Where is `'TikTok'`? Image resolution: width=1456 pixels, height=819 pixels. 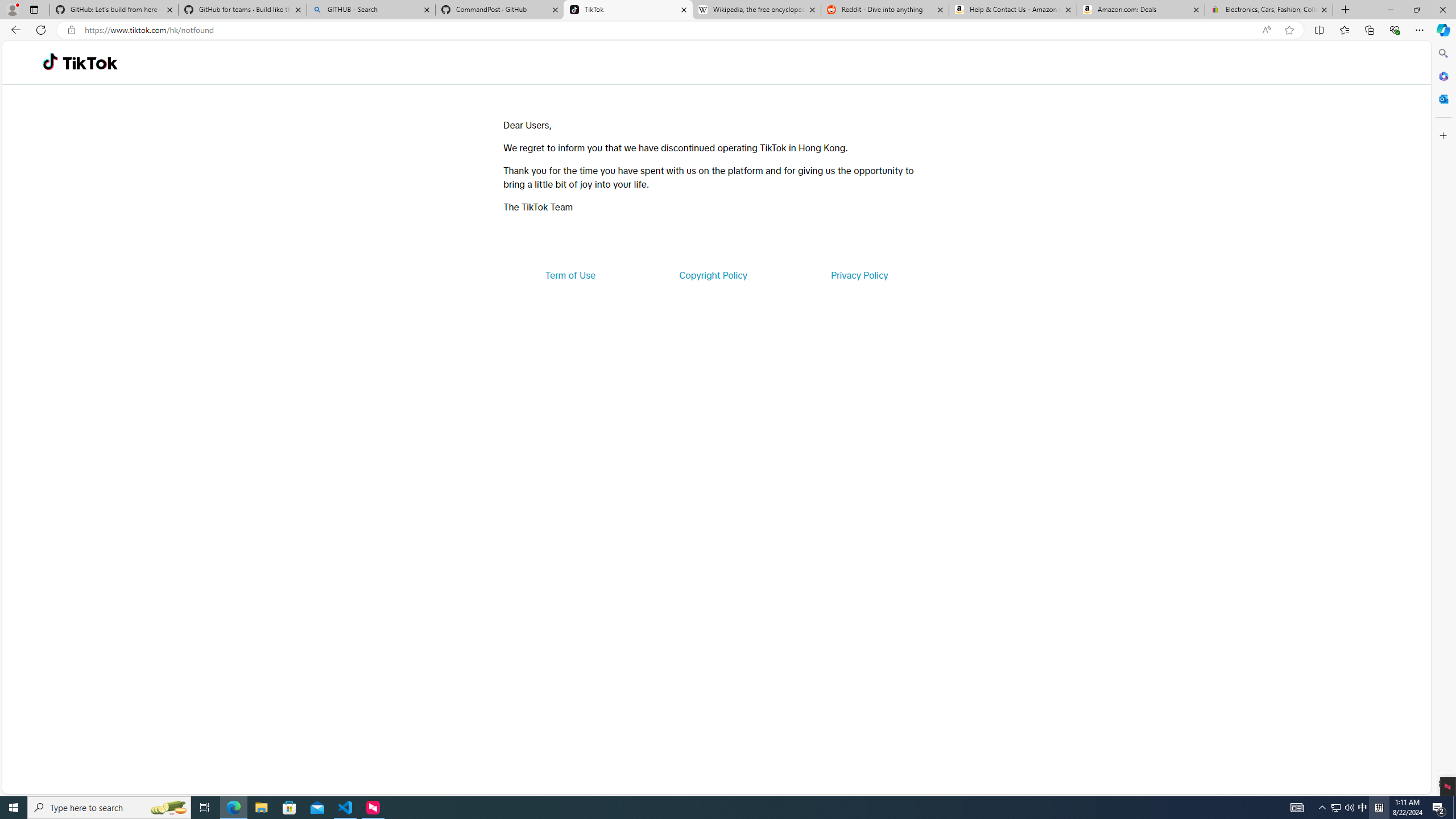
'TikTok' is located at coordinates (90, 63).